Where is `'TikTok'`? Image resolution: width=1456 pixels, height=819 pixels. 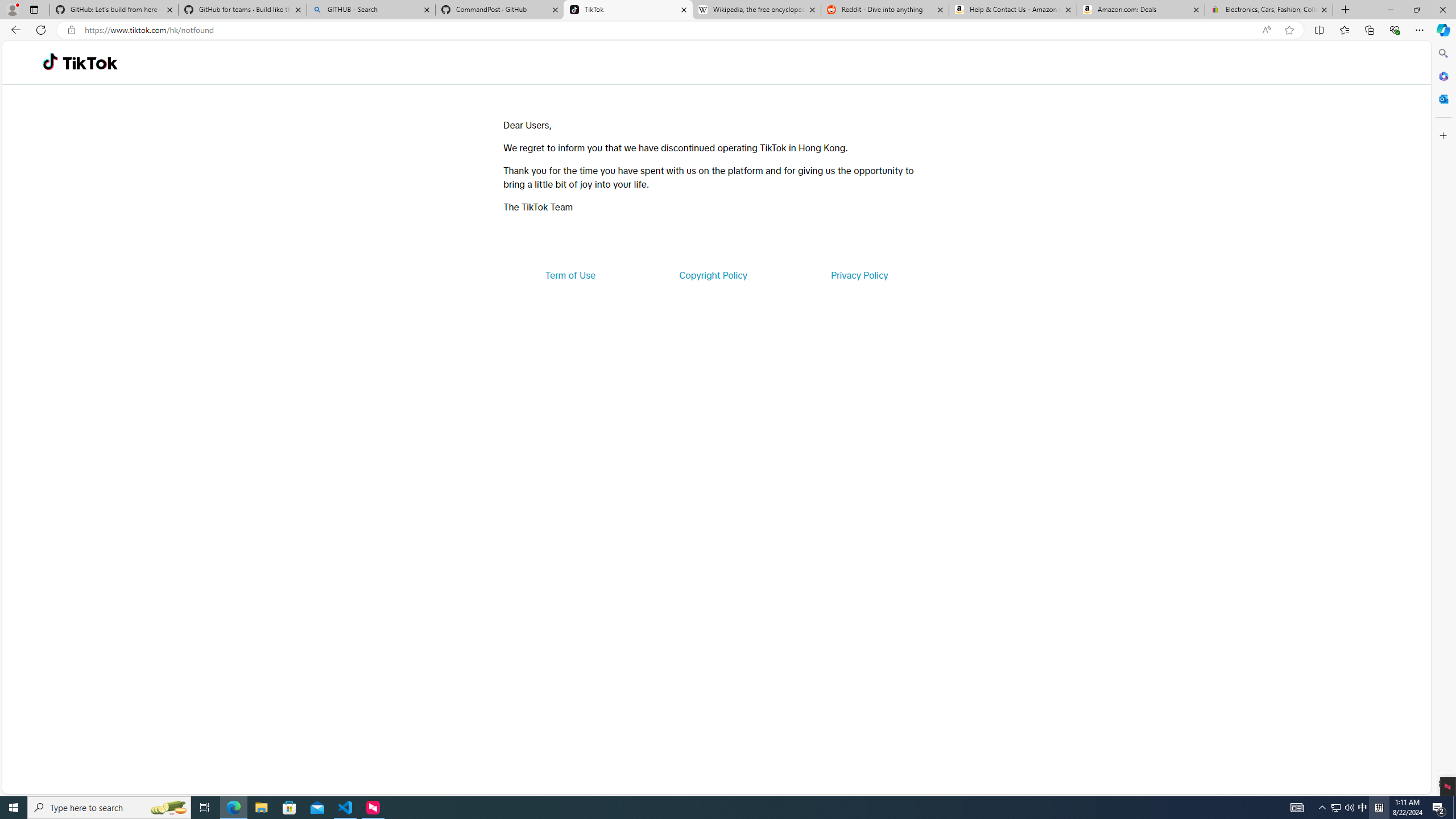
'TikTok' is located at coordinates (90, 63).